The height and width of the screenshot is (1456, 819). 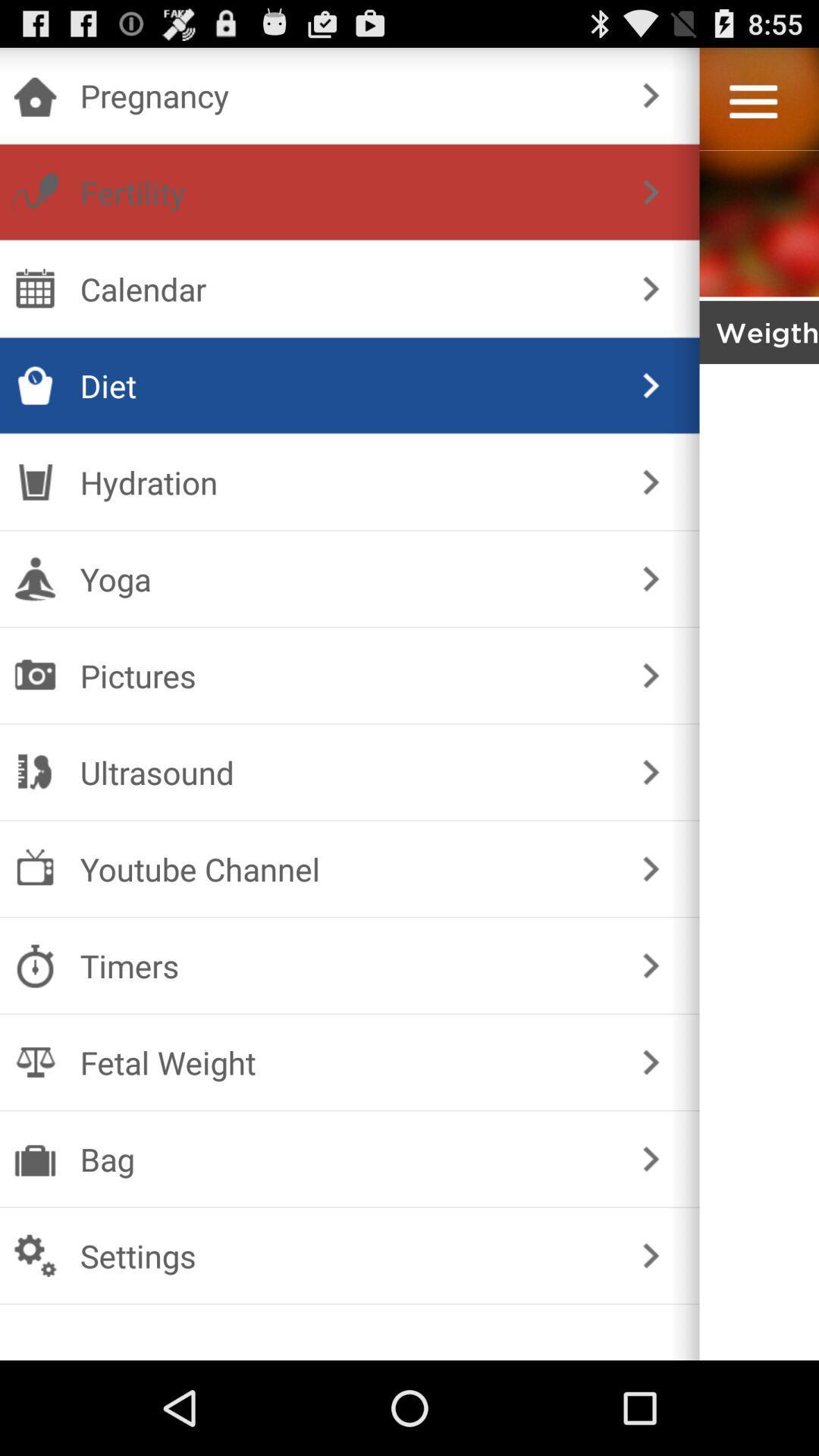 What do you see at coordinates (347, 481) in the screenshot?
I see `the checkbox below diet icon` at bounding box center [347, 481].